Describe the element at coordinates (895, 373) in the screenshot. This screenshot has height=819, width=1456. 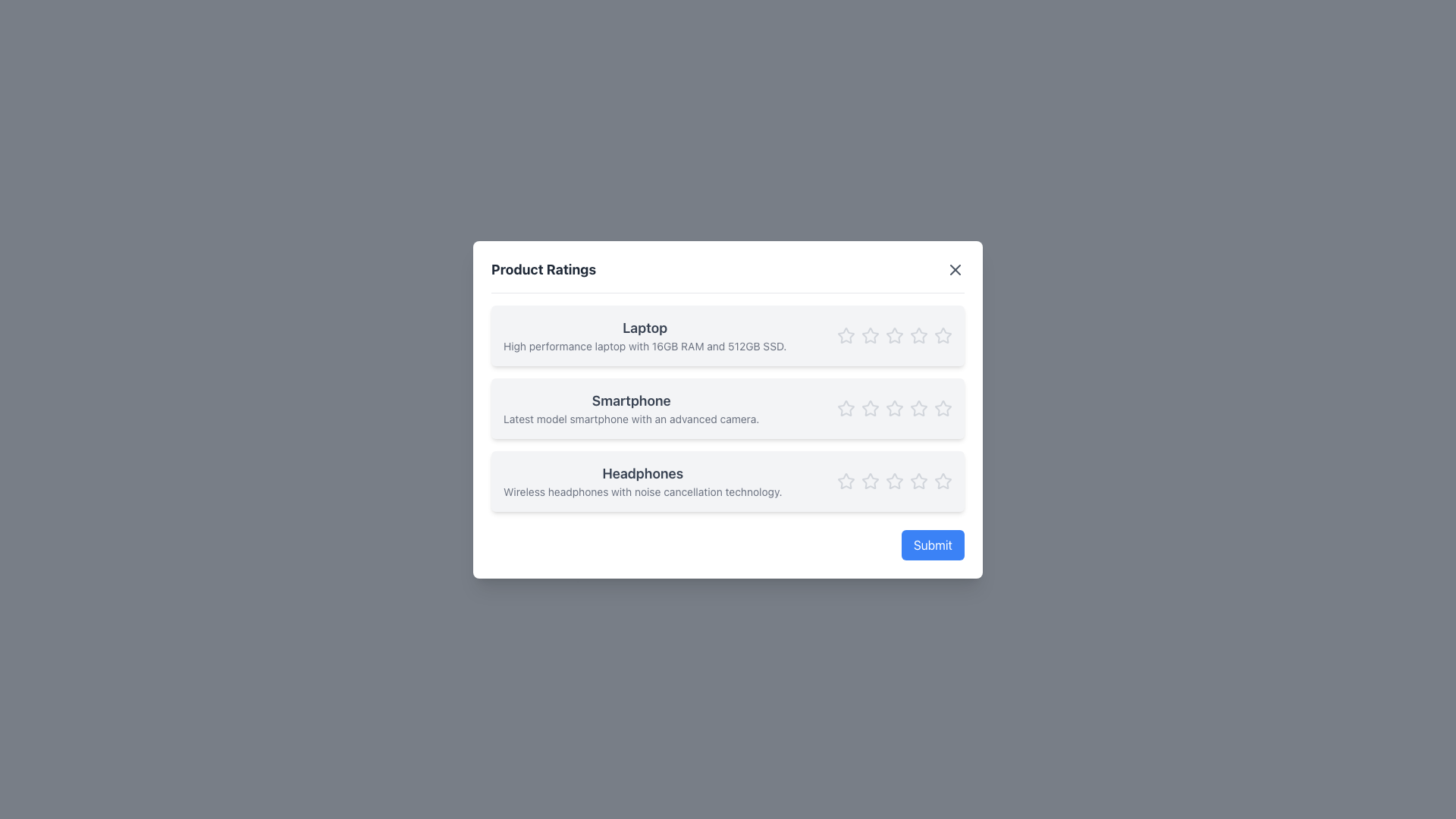
I see `across the series of five hollow stars in the Rating control` at that location.